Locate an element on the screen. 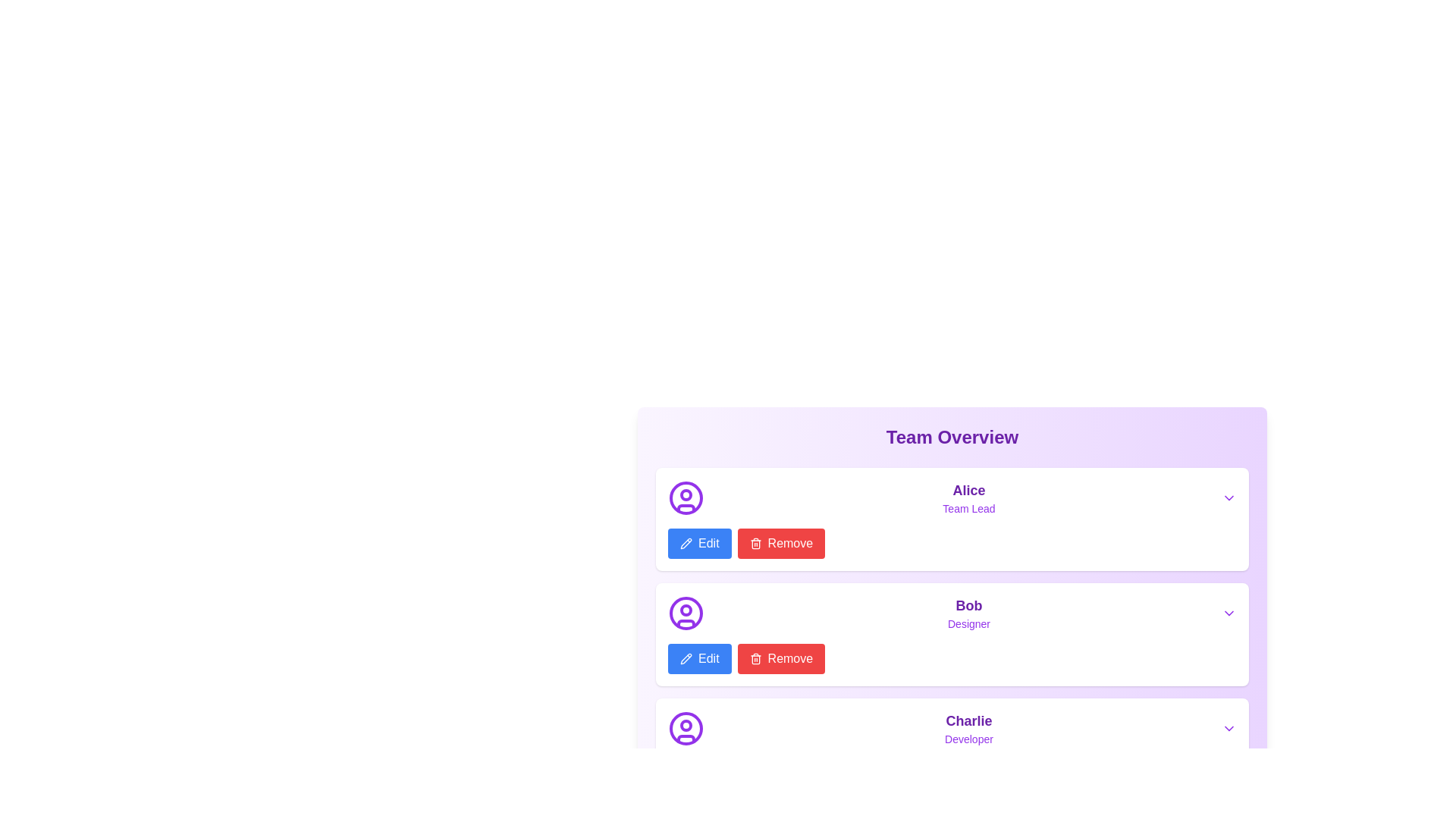  the text label displaying the role or title associated with the user 'Alice', which is located directly beneath the text 'Alice' within a card component is located at coordinates (968, 509).